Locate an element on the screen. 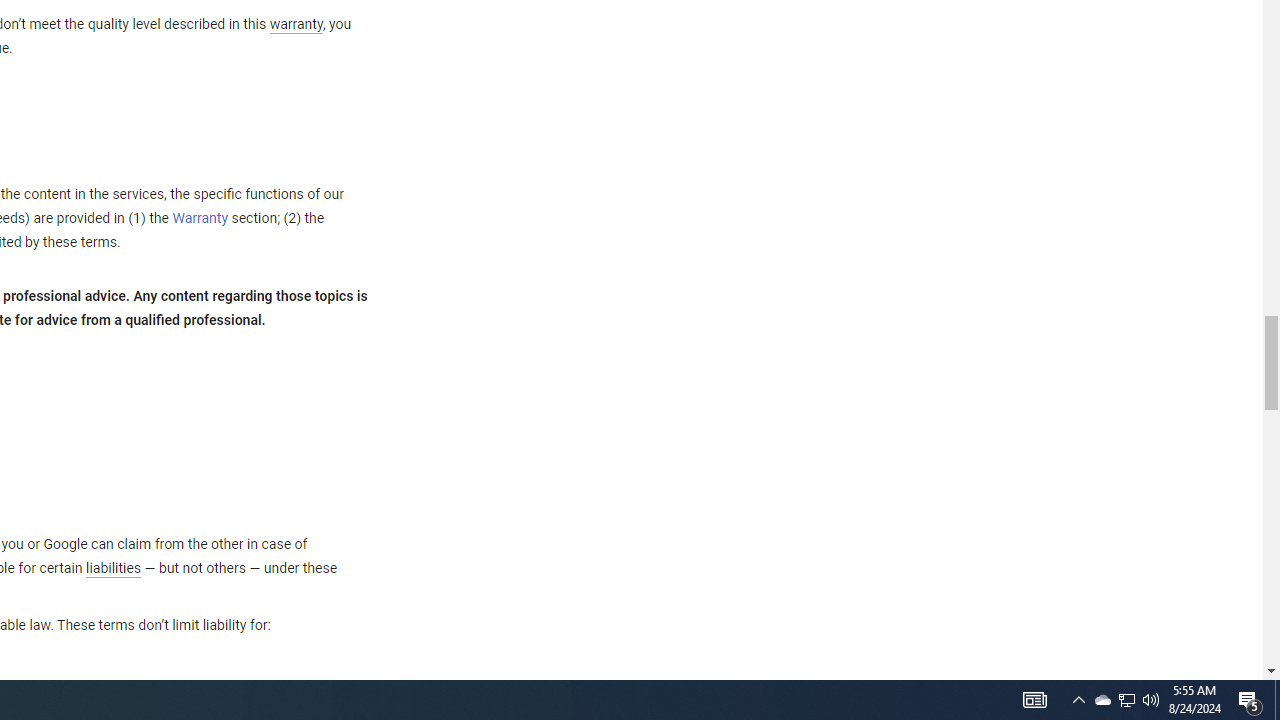 This screenshot has width=1280, height=720. 'liabilities' is located at coordinates (112, 568).